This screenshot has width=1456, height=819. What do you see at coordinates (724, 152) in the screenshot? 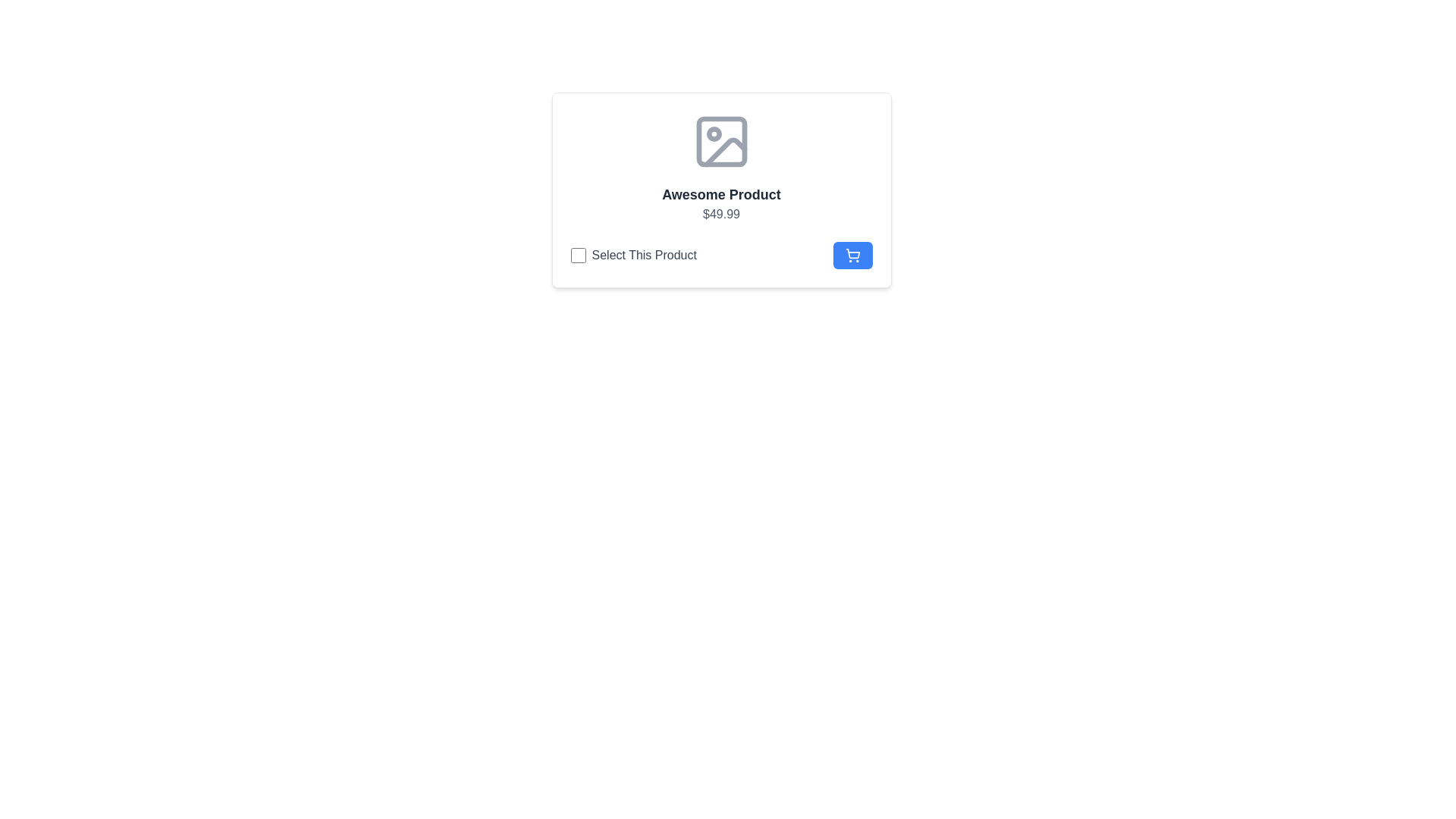
I see `the decorative graphic element depicting a triangular mountain within the gray icon located at the top center of the card` at bounding box center [724, 152].